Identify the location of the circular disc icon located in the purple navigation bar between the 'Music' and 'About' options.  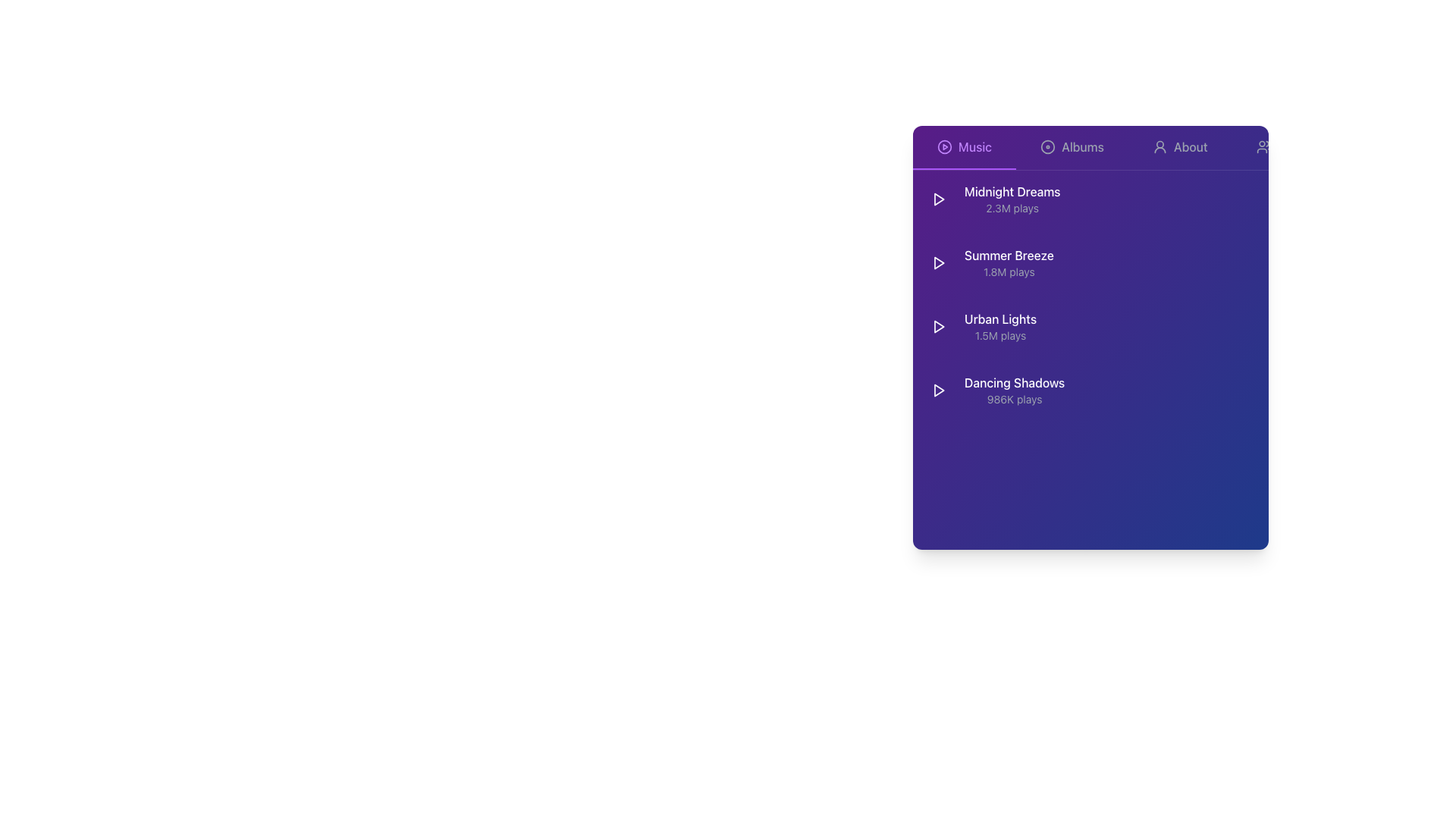
(1047, 146).